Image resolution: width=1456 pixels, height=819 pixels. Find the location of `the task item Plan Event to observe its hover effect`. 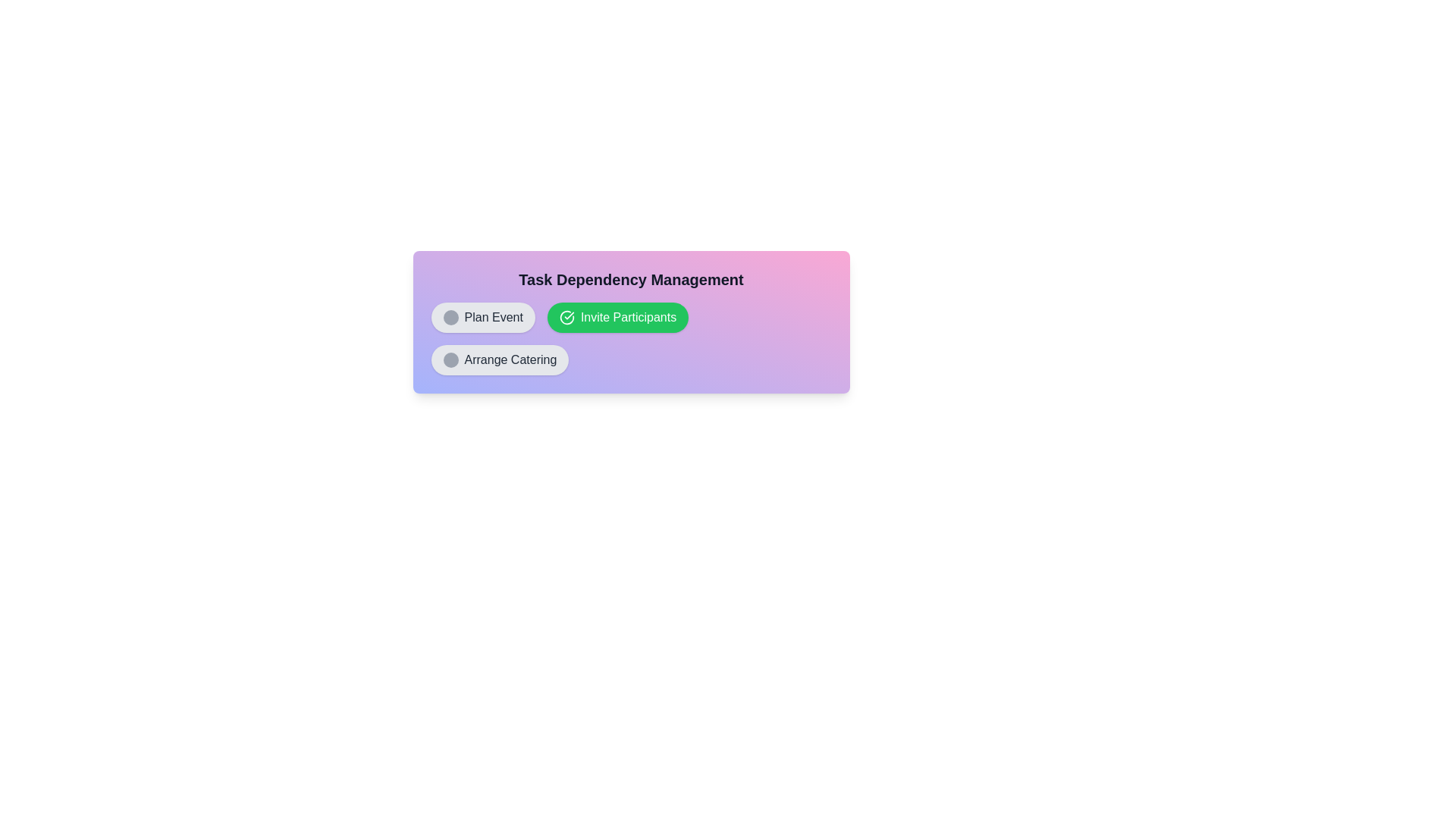

the task item Plan Event to observe its hover effect is located at coordinates (482, 317).